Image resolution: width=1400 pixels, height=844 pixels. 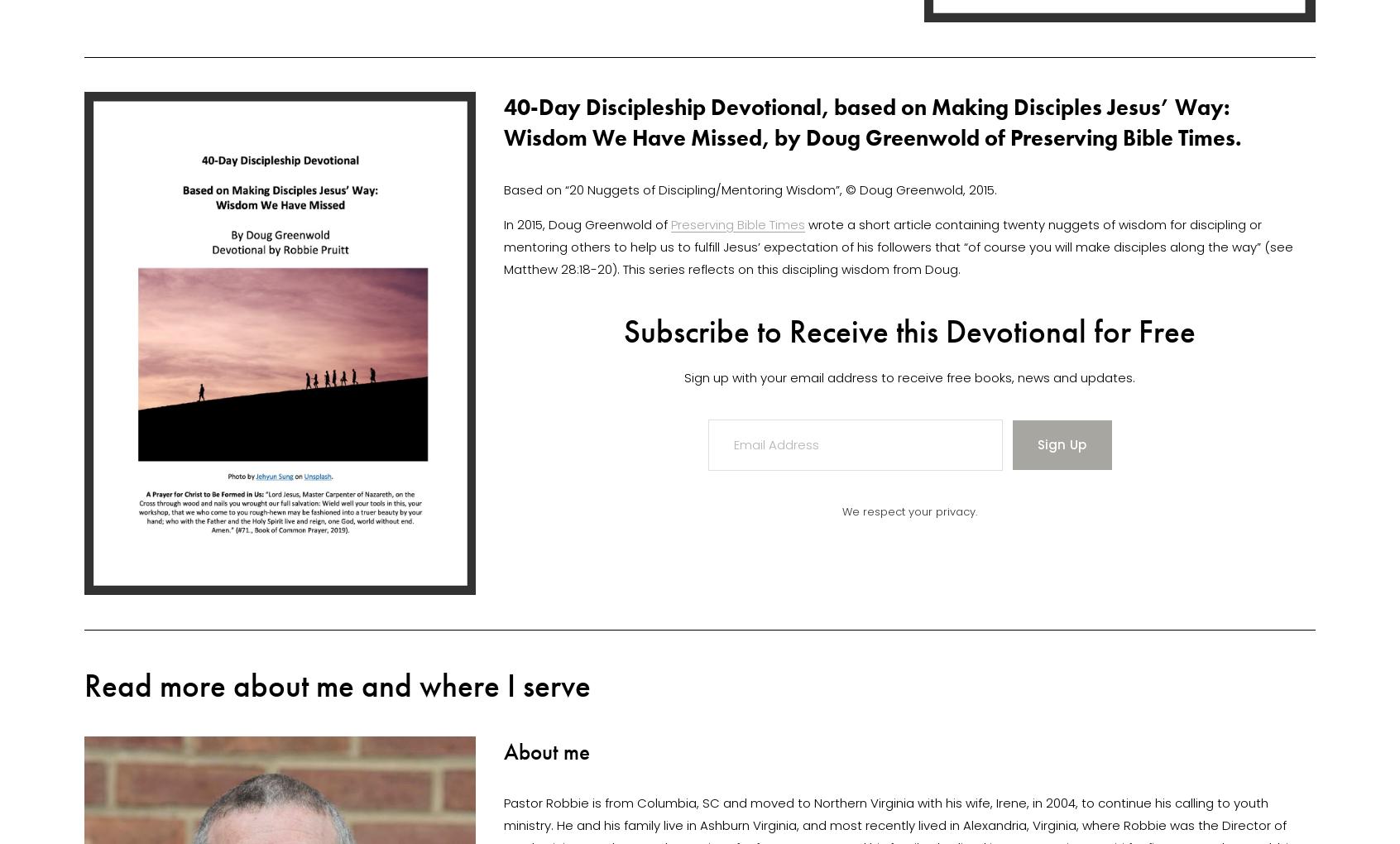 I want to click on 'In 2015, Doug Greenwold of', so click(x=586, y=223).